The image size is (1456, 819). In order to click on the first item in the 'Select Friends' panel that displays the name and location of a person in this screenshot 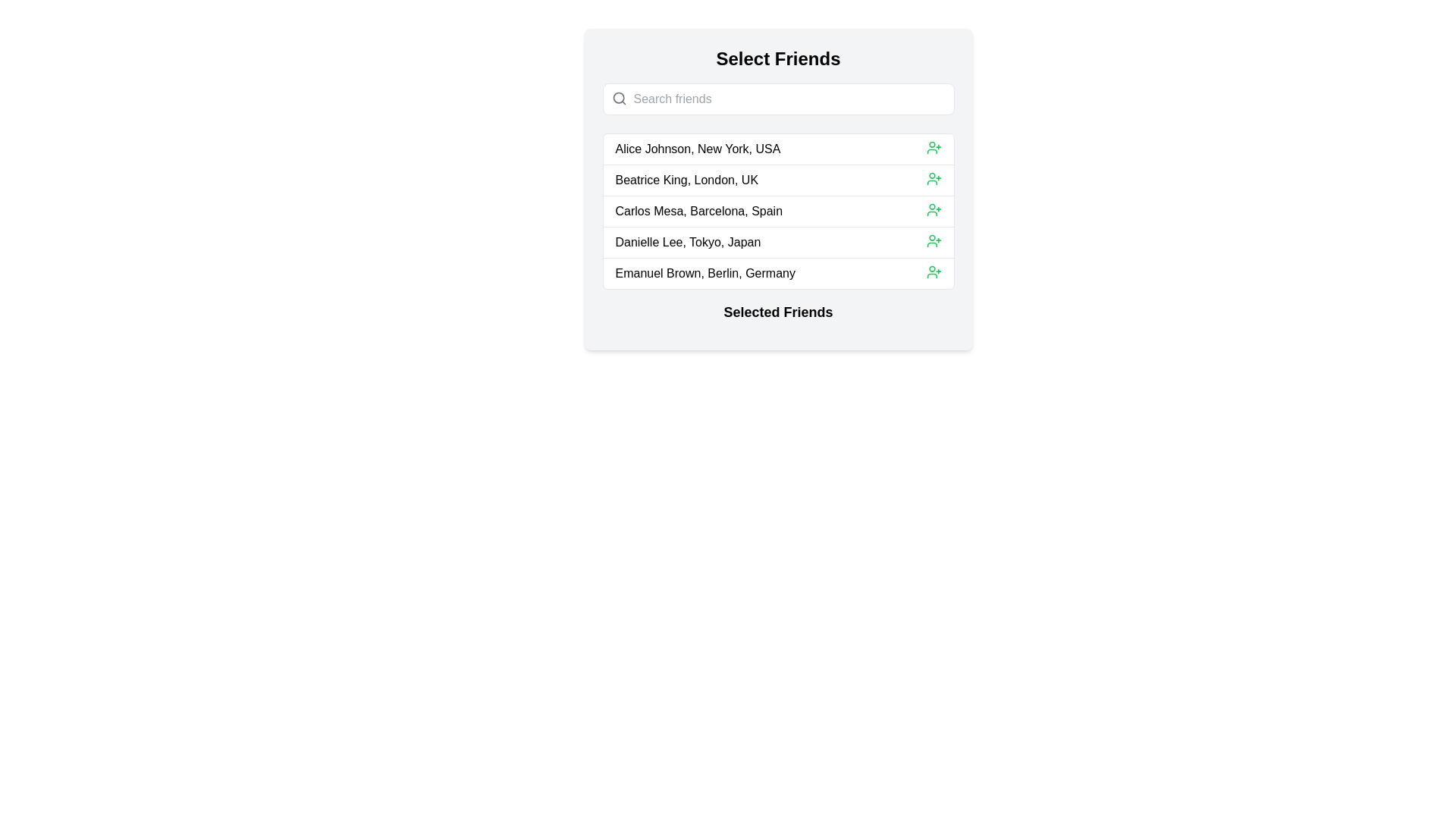, I will do `click(697, 149)`.